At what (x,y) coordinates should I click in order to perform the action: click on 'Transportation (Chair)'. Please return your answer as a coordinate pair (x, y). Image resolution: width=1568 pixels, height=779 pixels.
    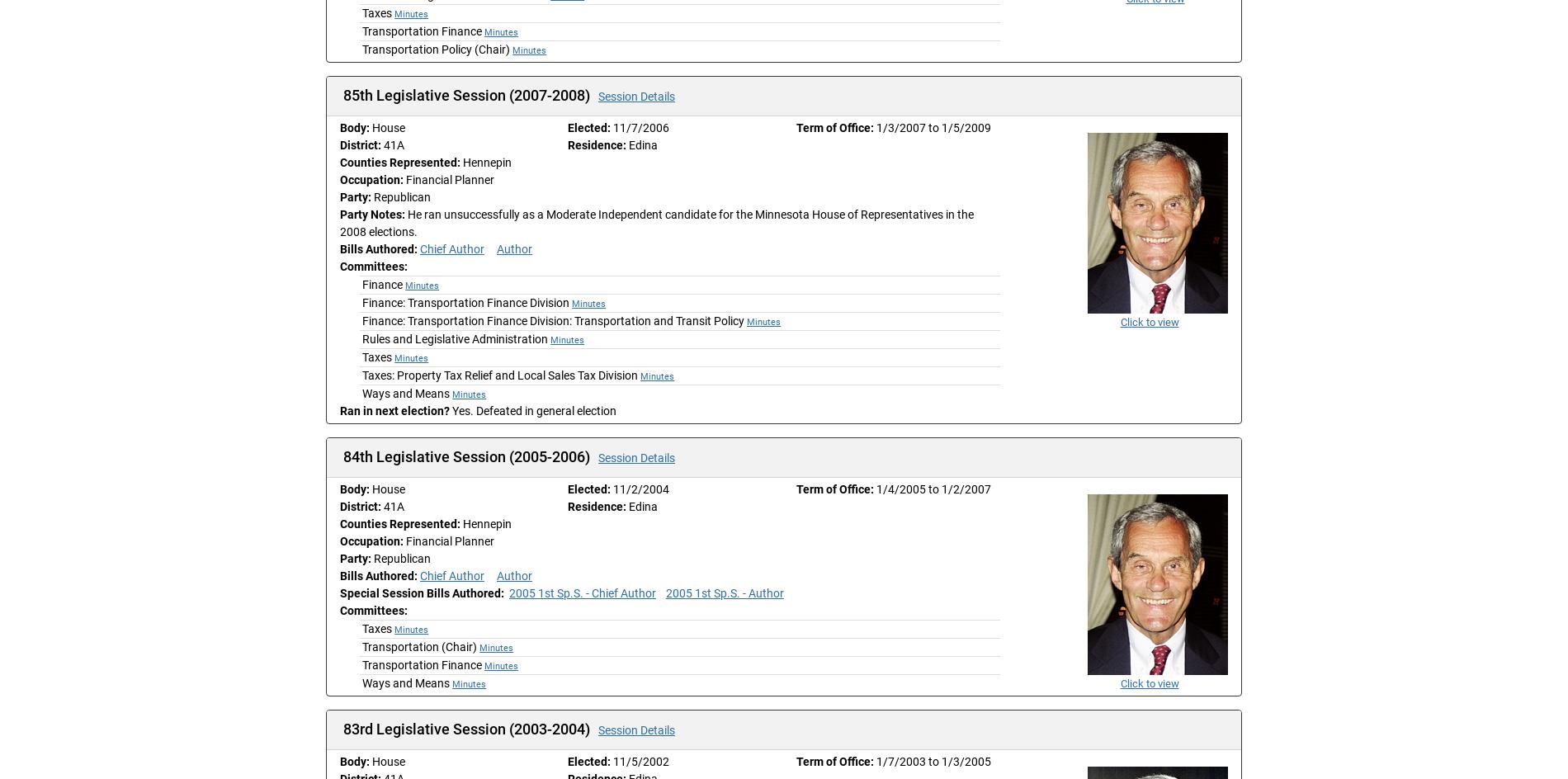
    Looking at the image, I should click on (361, 645).